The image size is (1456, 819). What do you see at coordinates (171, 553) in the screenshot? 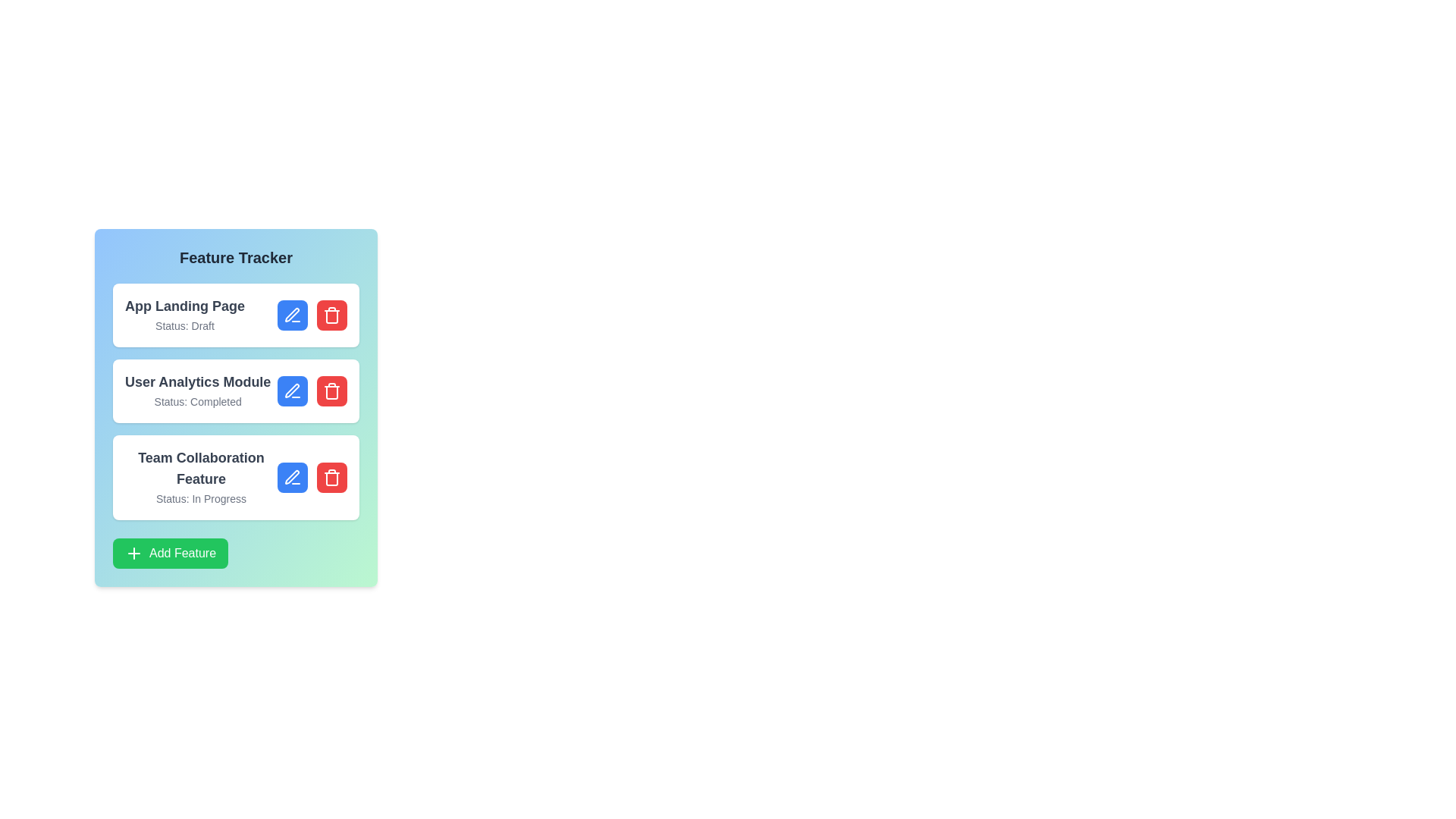
I see `the 'Add Feature' button to add a new item to the list` at bounding box center [171, 553].